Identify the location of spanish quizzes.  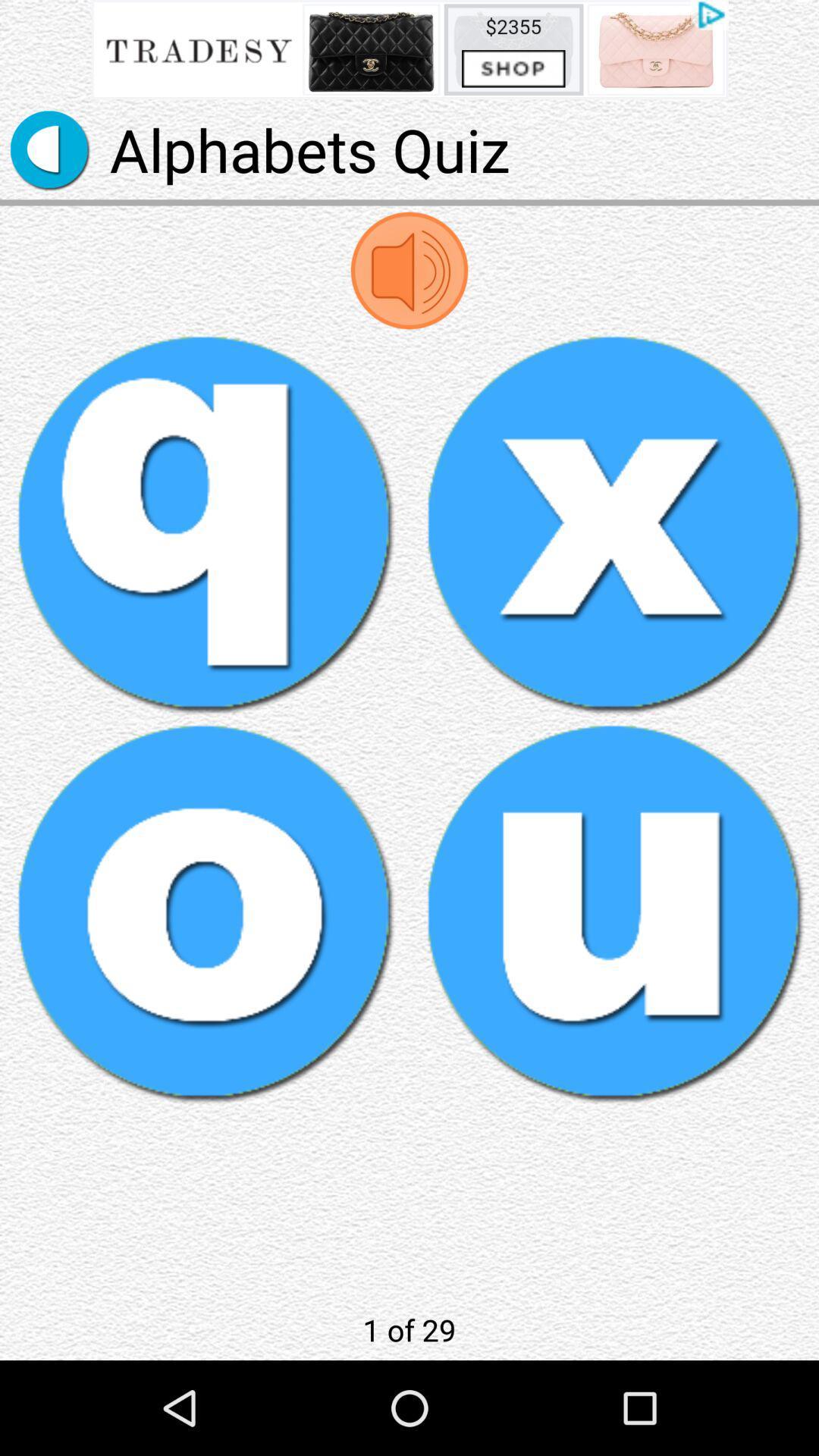
(205, 523).